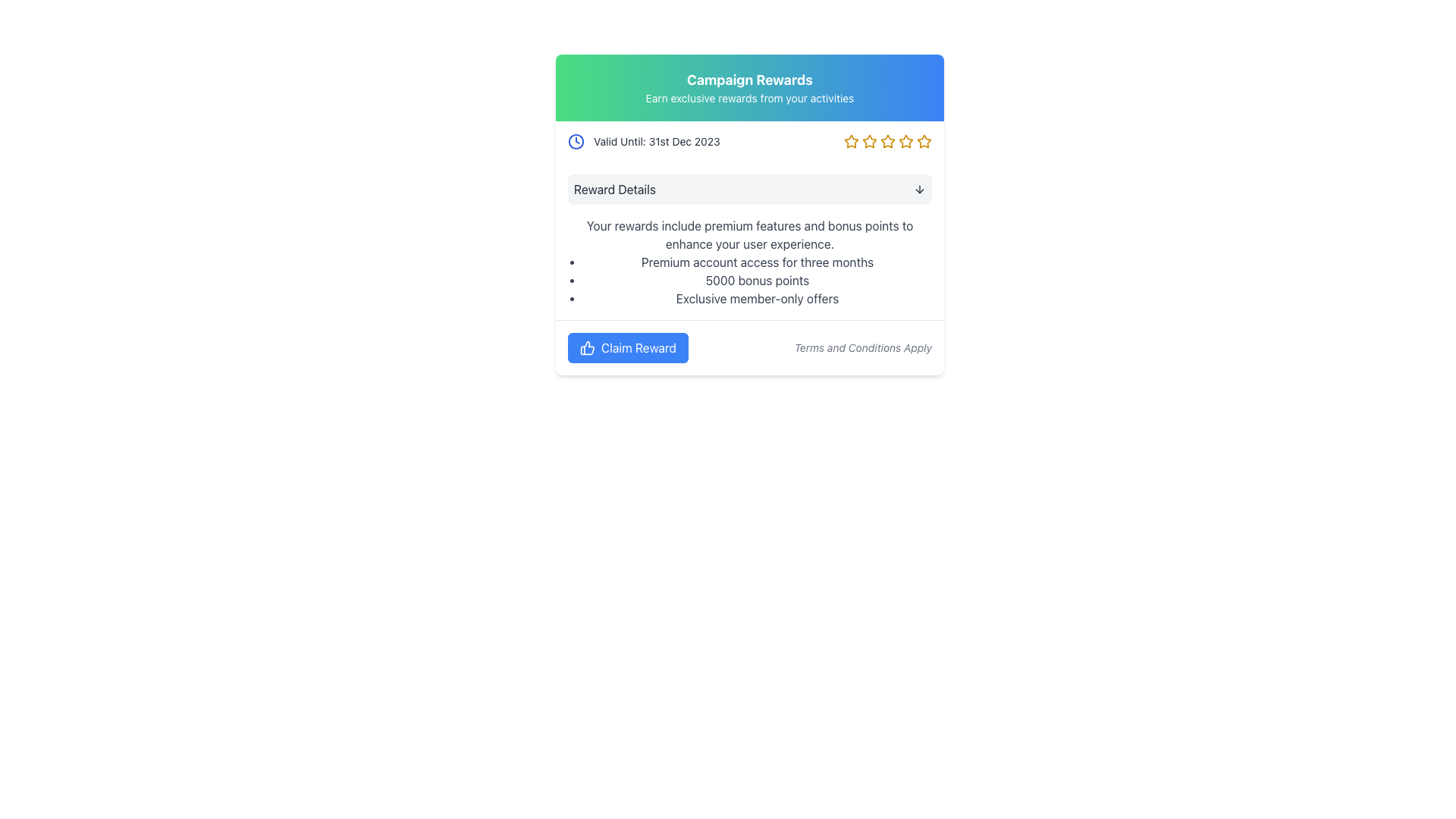 The height and width of the screenshot is (819, 1456). Describe the element at coordinates (639, 348) in the screenshot. I see `text label that informs the user of the functionality of claiming a reward, located inside the blue button labeled 'Claim Reward'` at that location.